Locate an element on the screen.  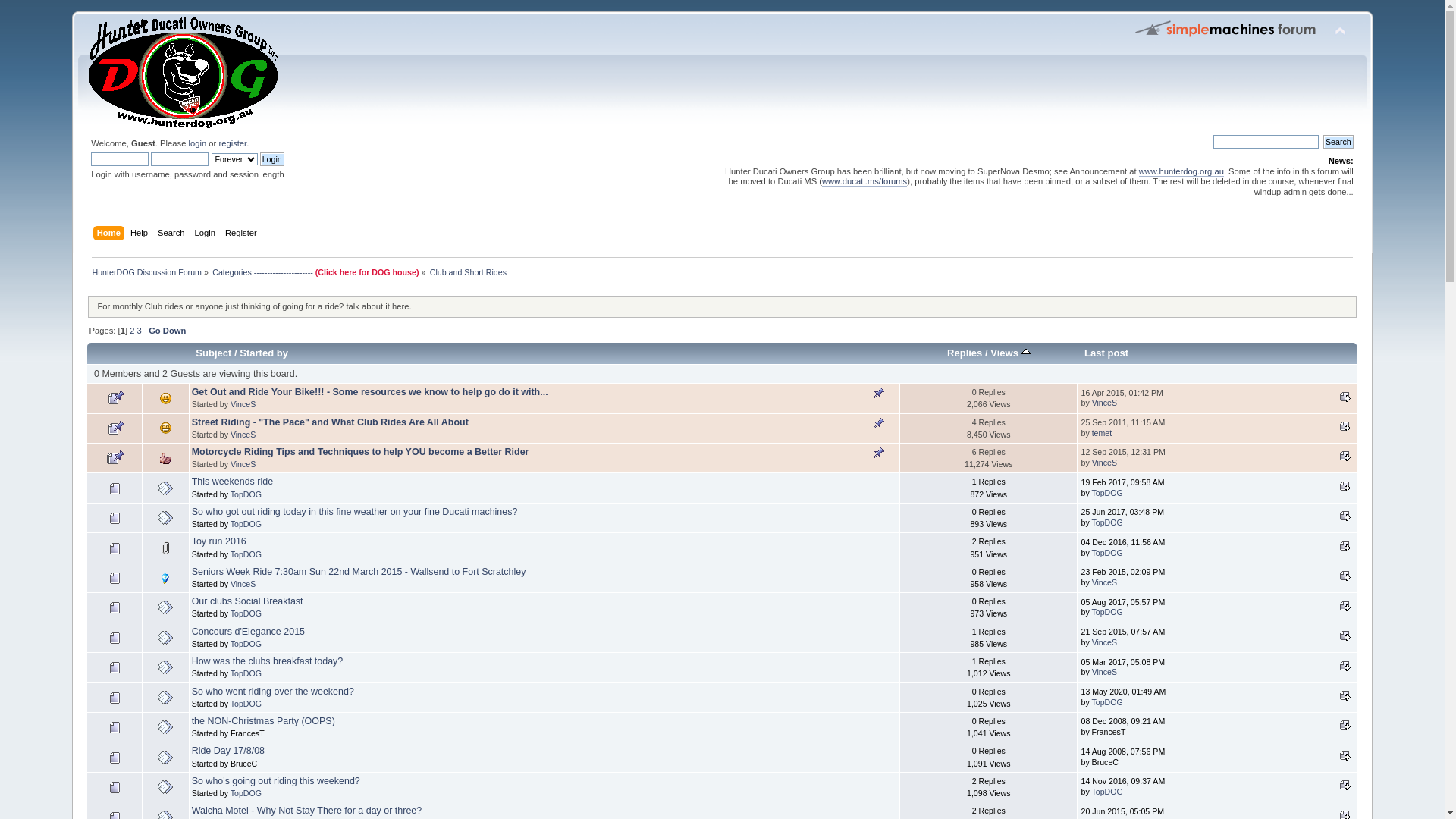
'Last post' is located at coordinates (1345, 426).